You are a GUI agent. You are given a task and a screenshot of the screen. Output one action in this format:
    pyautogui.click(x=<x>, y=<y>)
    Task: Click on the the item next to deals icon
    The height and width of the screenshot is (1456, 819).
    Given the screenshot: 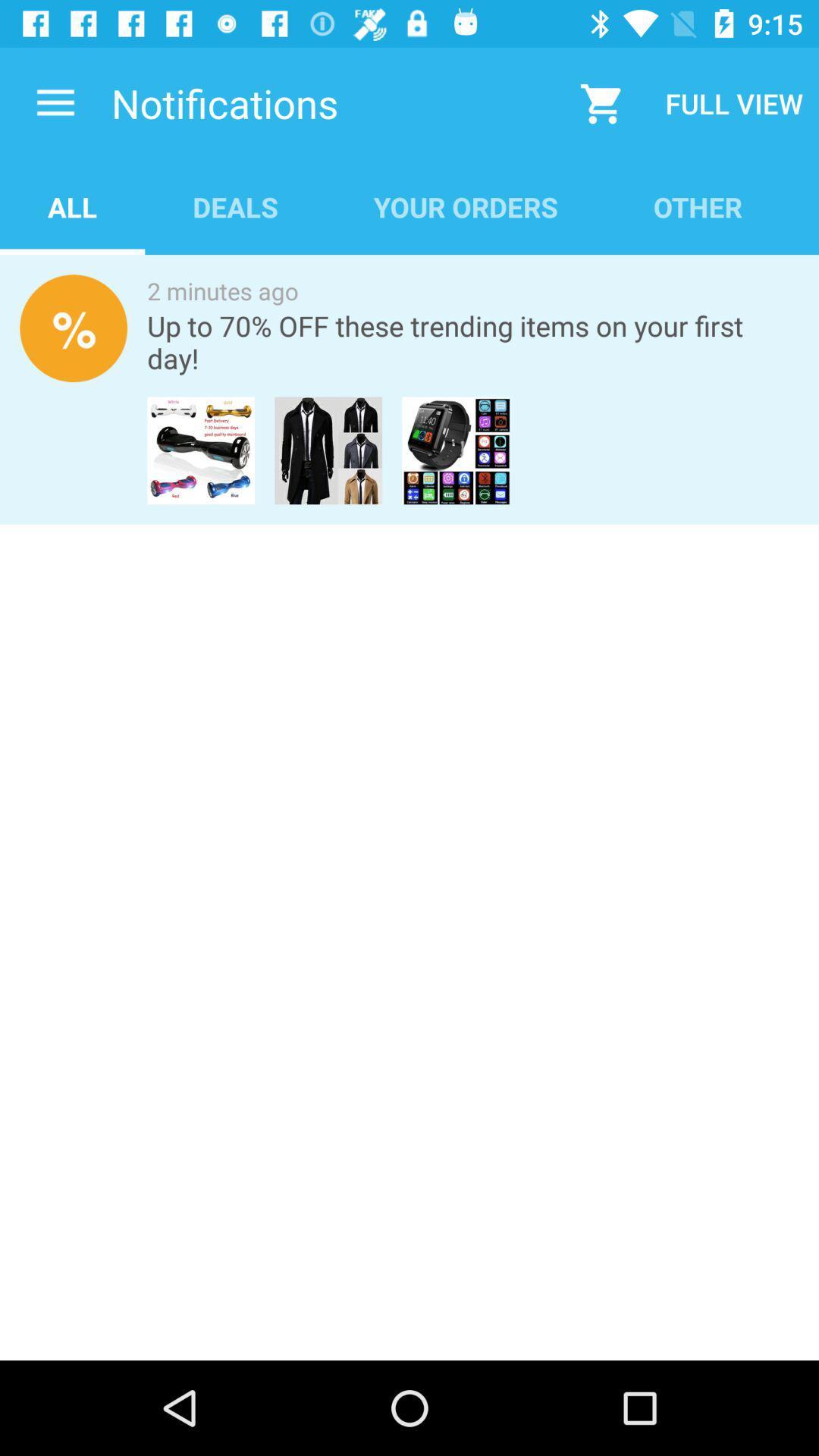 What is the action you would take?
    pyautogui.click(x=72, y=206)
    